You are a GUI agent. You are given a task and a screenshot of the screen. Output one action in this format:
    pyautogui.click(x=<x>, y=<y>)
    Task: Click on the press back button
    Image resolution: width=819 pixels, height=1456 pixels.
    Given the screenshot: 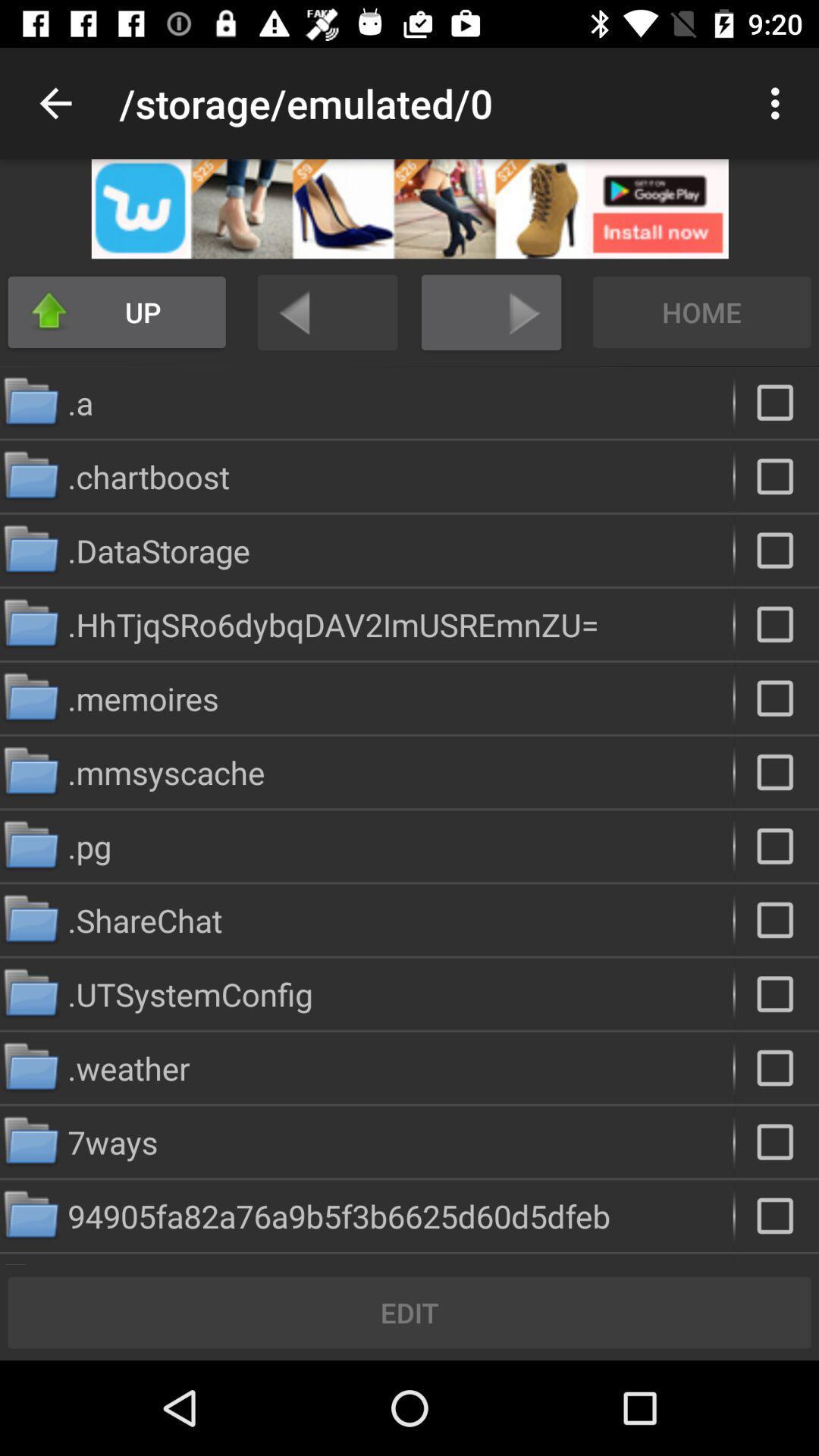 What is the action you would take?
    pyautogui.click(x=327, y=312)
    